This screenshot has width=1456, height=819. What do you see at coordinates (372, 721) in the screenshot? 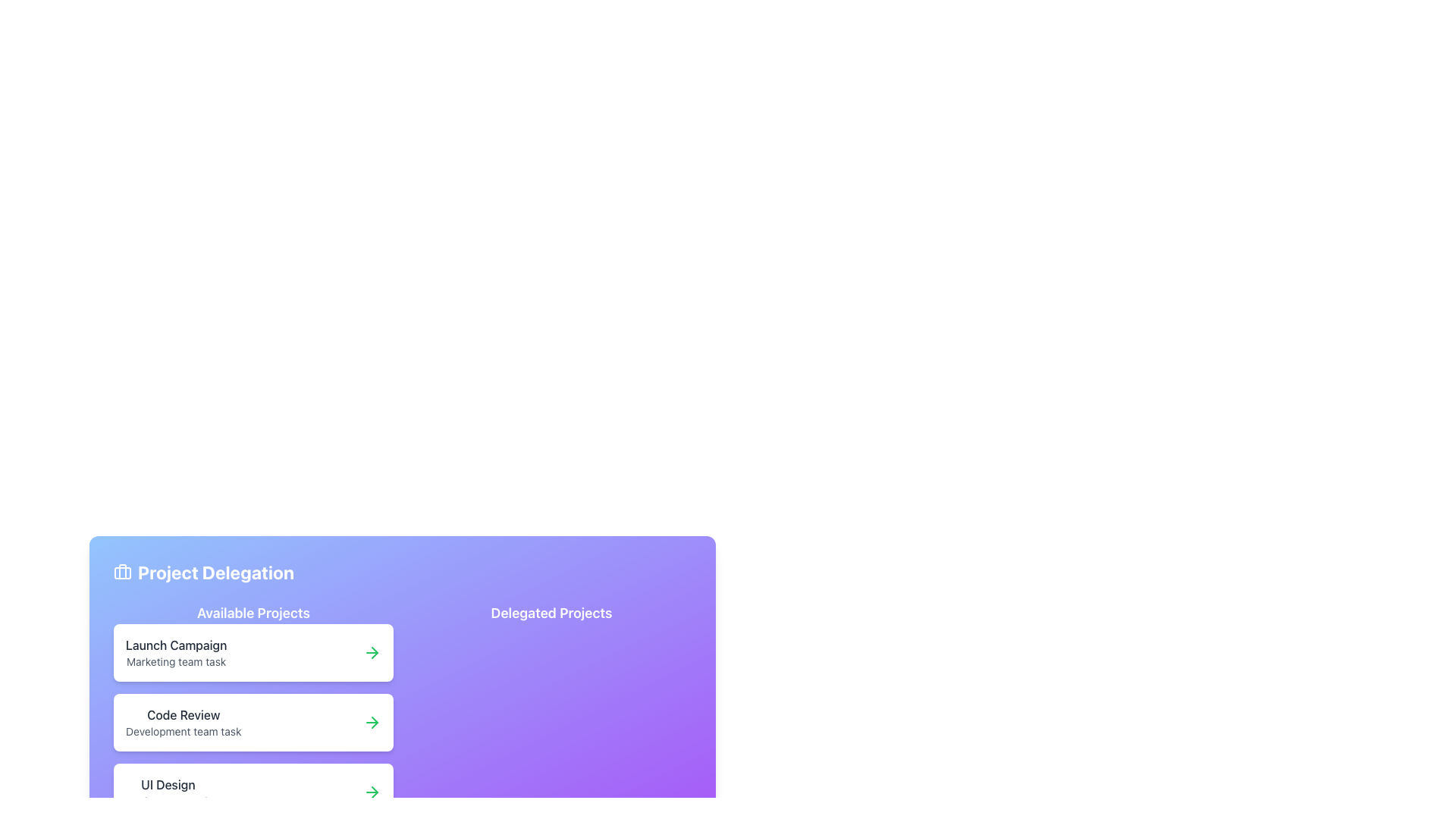
I see `the small green arrow icon at the far-right end of the 'Code Review' task card` at bounding box center [372, 721].